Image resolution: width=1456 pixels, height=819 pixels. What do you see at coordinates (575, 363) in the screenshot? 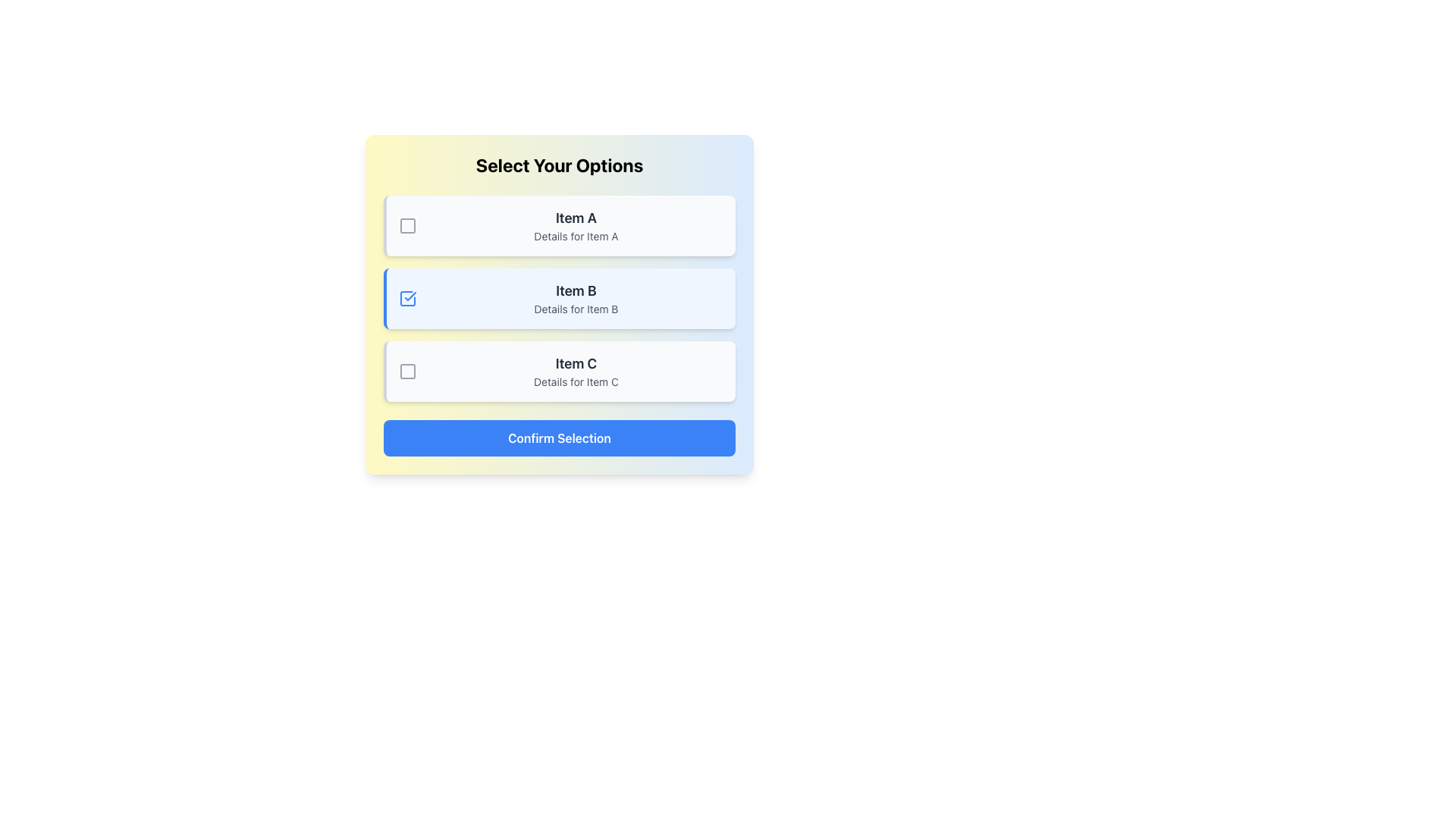
I see `the text element labeled 'Item C', which is styled in a bold, larger font and located as the heading of the third option block under 'Select Your Options'` at bounding box center [575, 363].